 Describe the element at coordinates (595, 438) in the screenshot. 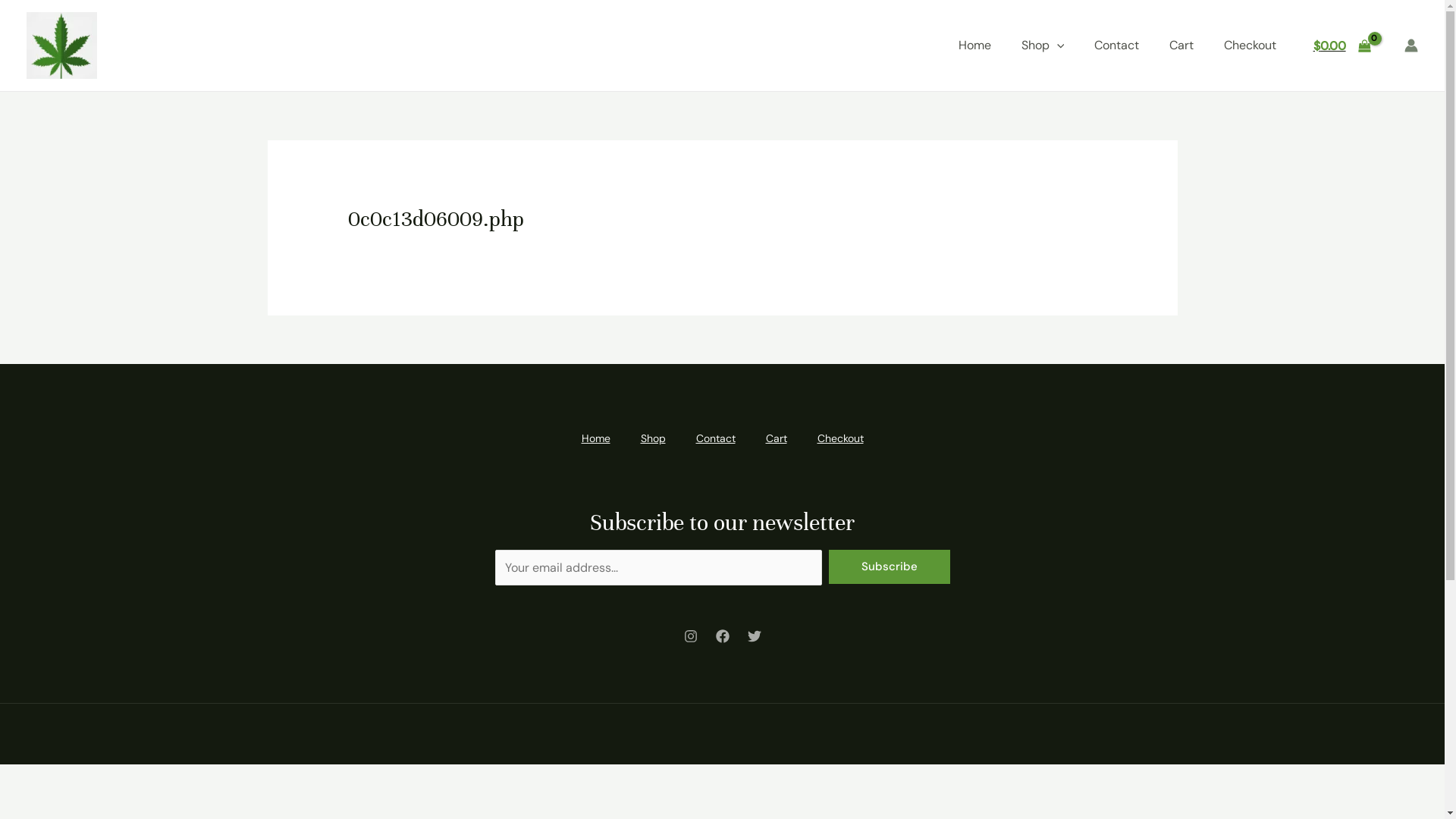

I see `'Home'` at that location.